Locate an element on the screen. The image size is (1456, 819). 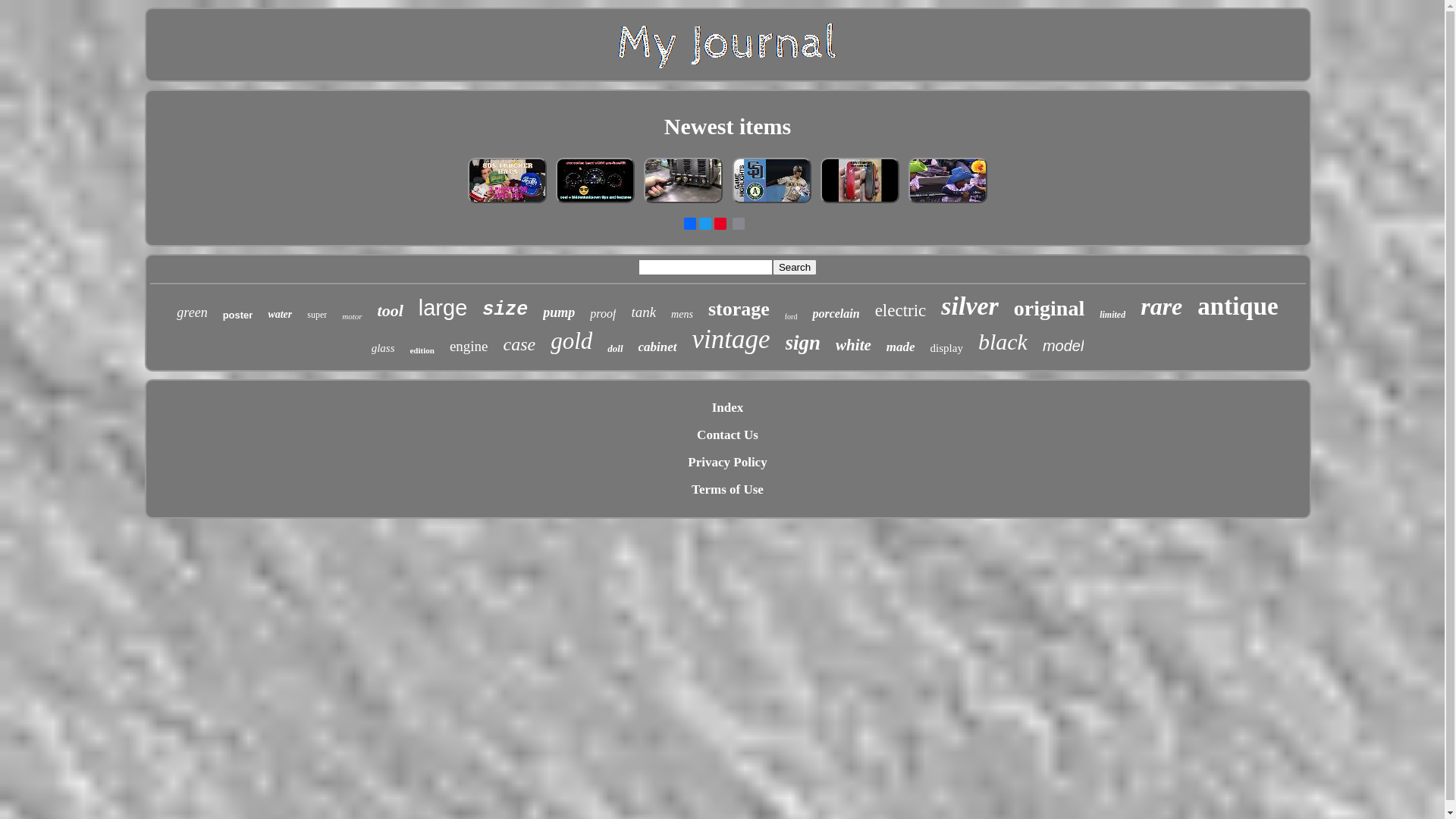
'size' is located at coordinates (505, 309).